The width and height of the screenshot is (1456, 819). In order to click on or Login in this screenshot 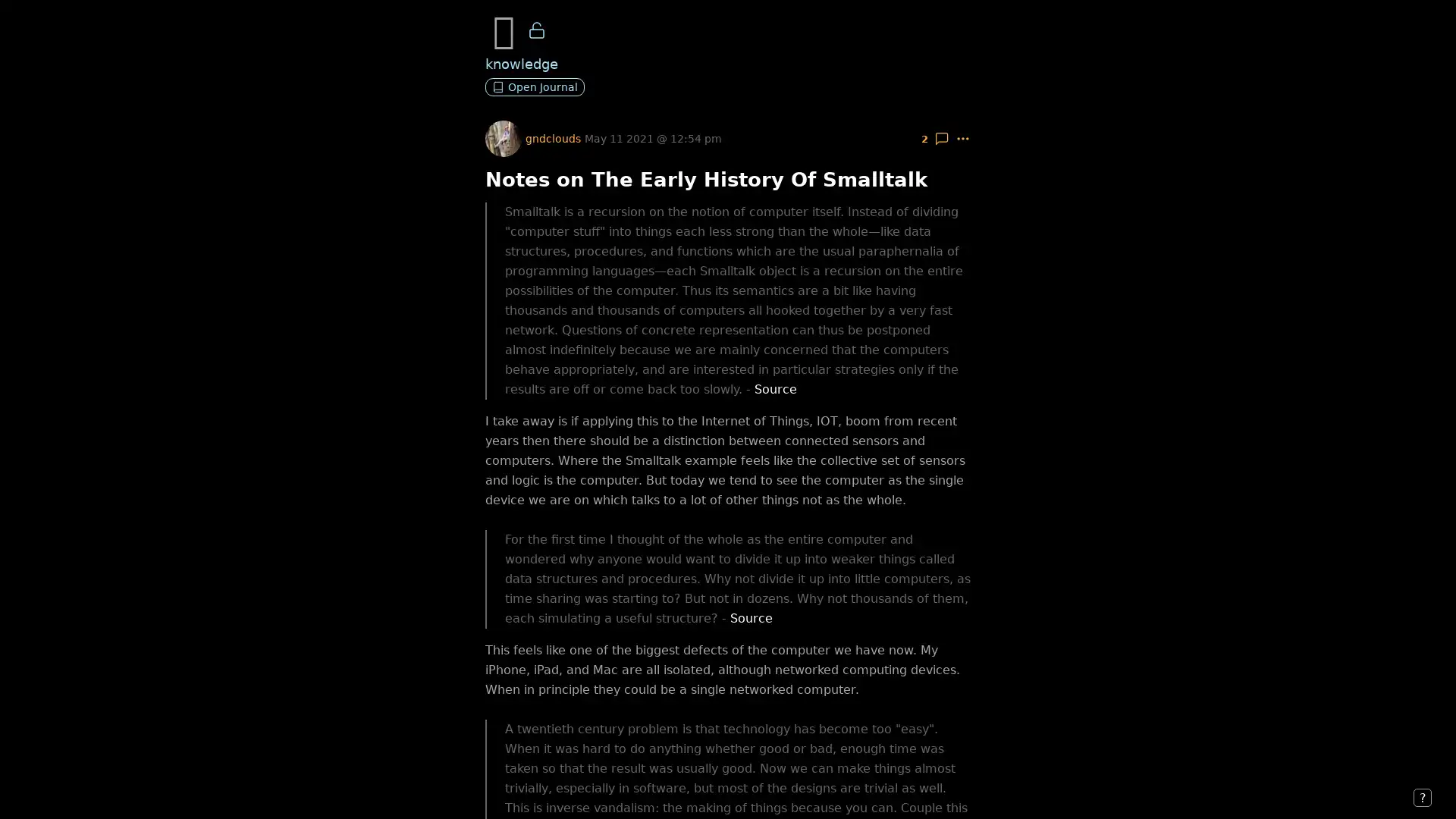, I will do `click(227, 789)`.